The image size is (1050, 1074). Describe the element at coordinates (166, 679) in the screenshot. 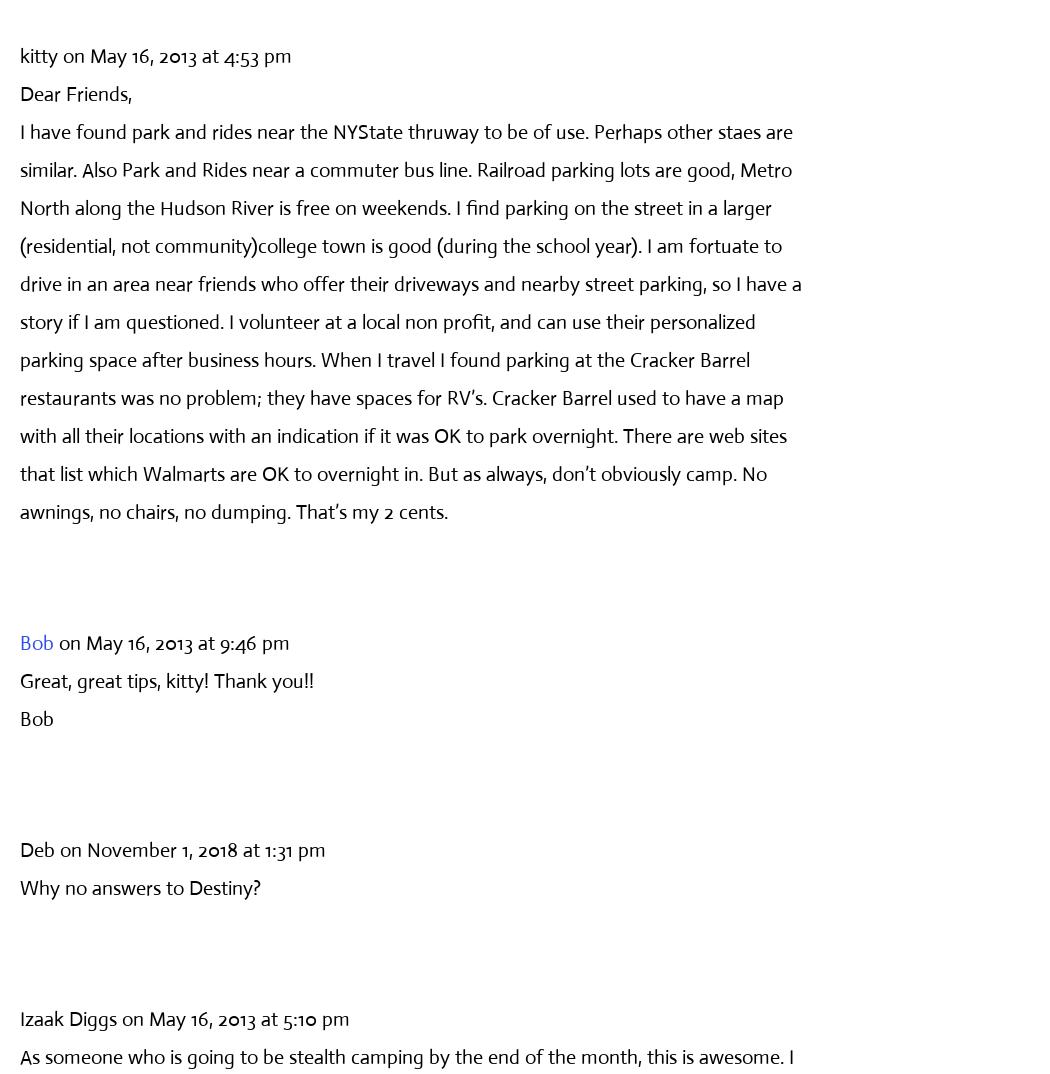

I see `'Great, great tips, kitty! Thank you!!'` at that location.